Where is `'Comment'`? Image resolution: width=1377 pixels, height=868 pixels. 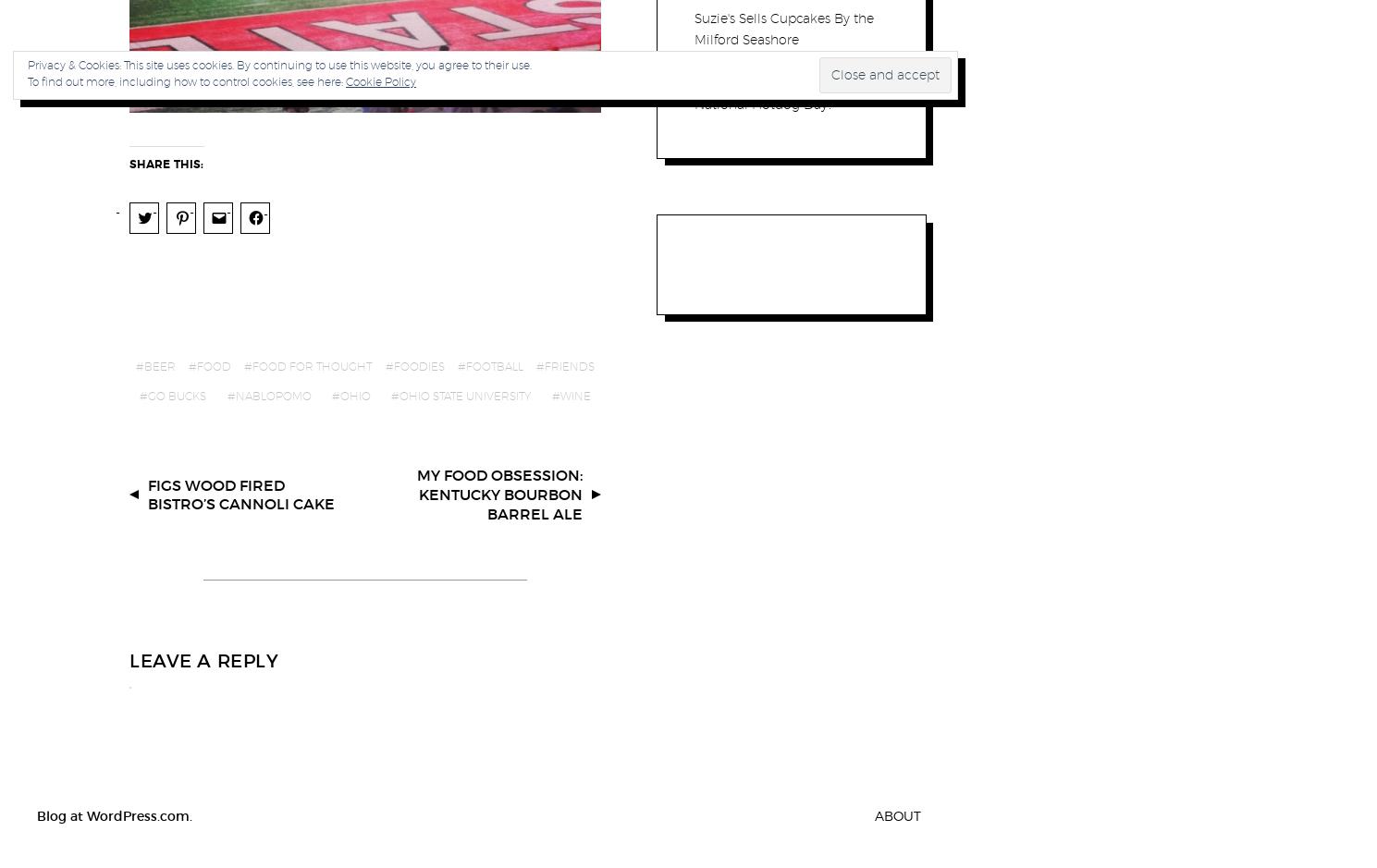 'Comment' is located at coordinates (804, 87).